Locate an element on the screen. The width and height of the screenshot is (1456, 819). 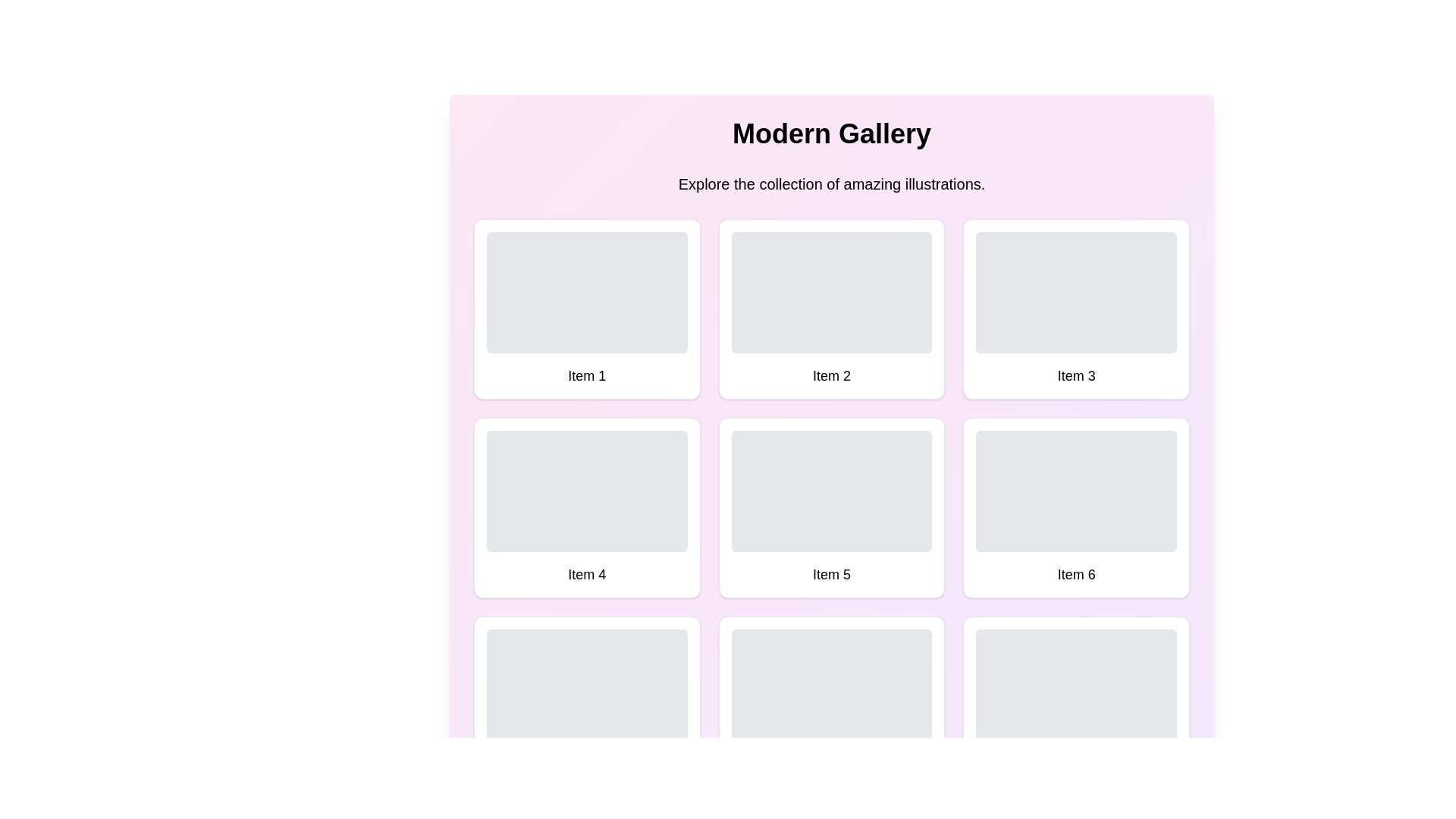
the Text Label positioned below the 'Modern Gallery' heading, which introduces the gallery of illustrations is located at coordinates (831, 184).